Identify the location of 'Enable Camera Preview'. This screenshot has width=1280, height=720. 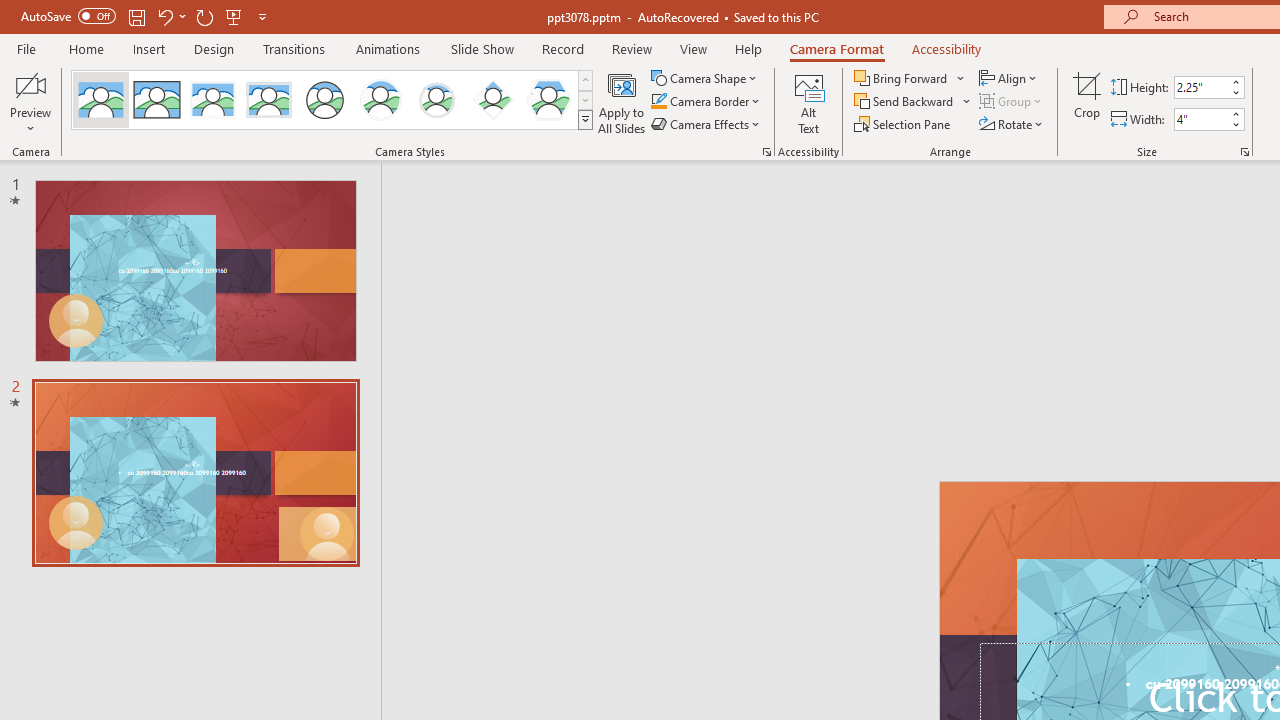
(30, 84).